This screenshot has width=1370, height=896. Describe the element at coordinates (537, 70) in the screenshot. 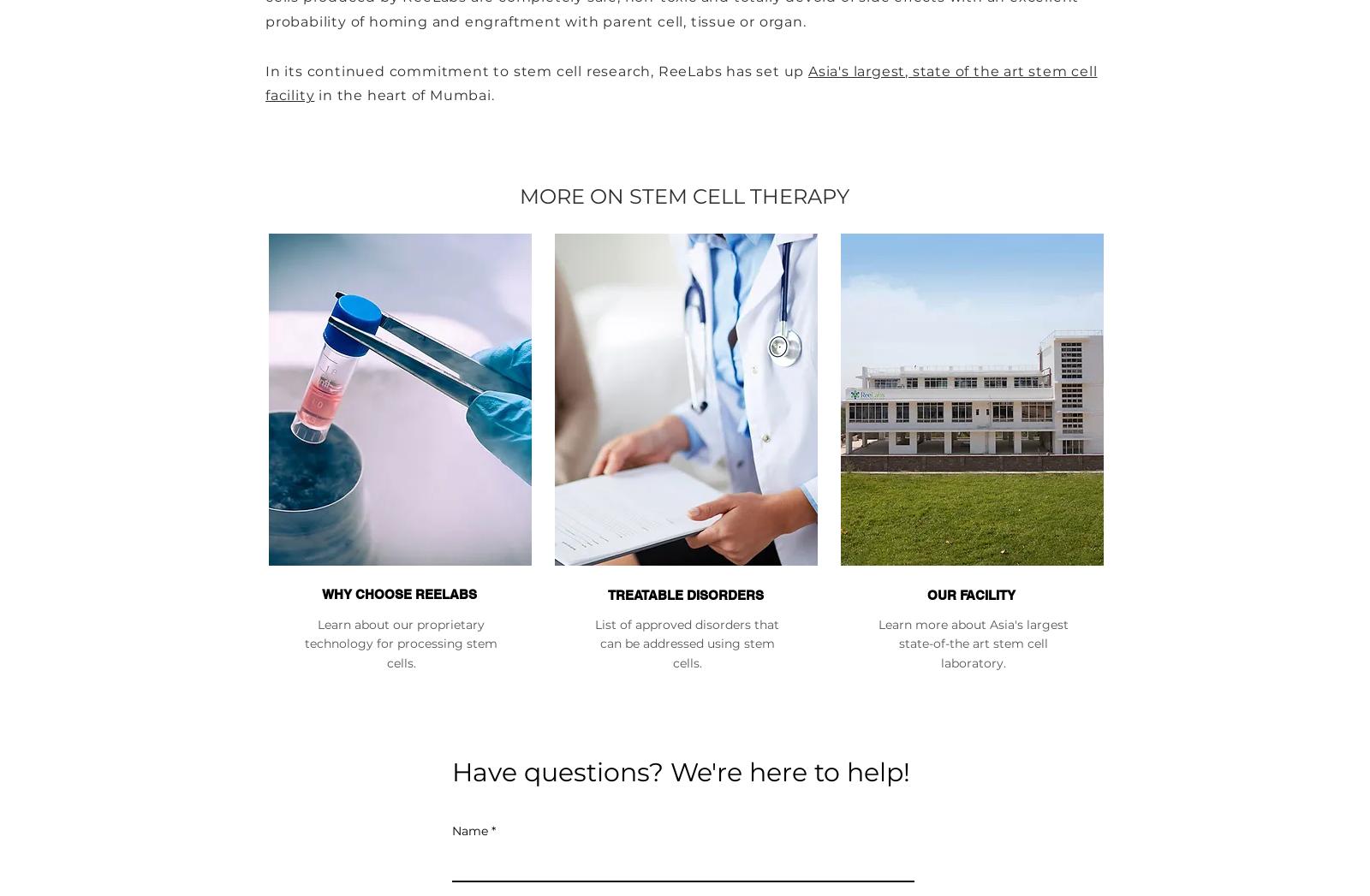

I see `'In its continued commitment to stem cell research, ReeLabs has set up'` at that location.